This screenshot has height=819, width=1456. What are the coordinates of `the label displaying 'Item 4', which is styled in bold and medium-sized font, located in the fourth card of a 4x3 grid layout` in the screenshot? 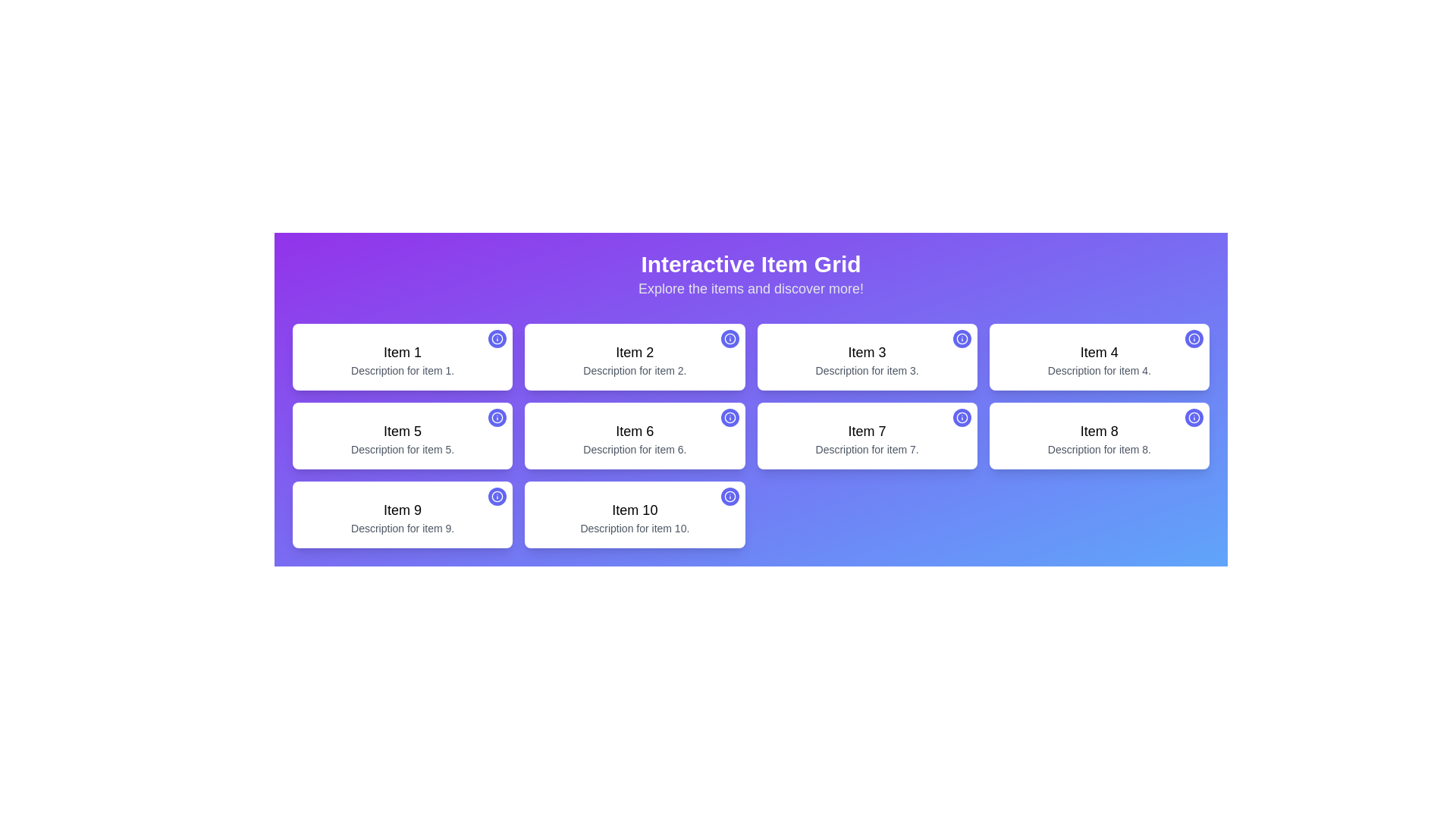 It's located at (1099, 353).